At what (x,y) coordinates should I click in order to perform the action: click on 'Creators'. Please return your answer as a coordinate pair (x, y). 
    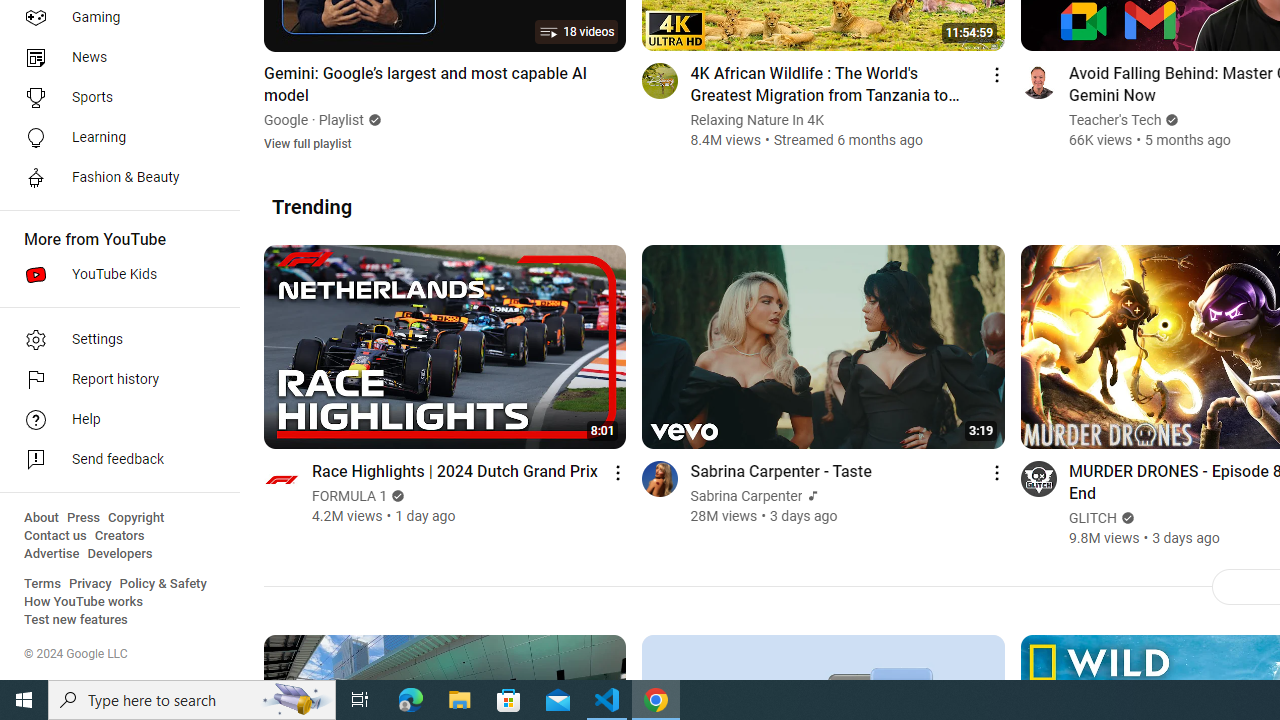
    Looking at the image, I should click on (118, 535).